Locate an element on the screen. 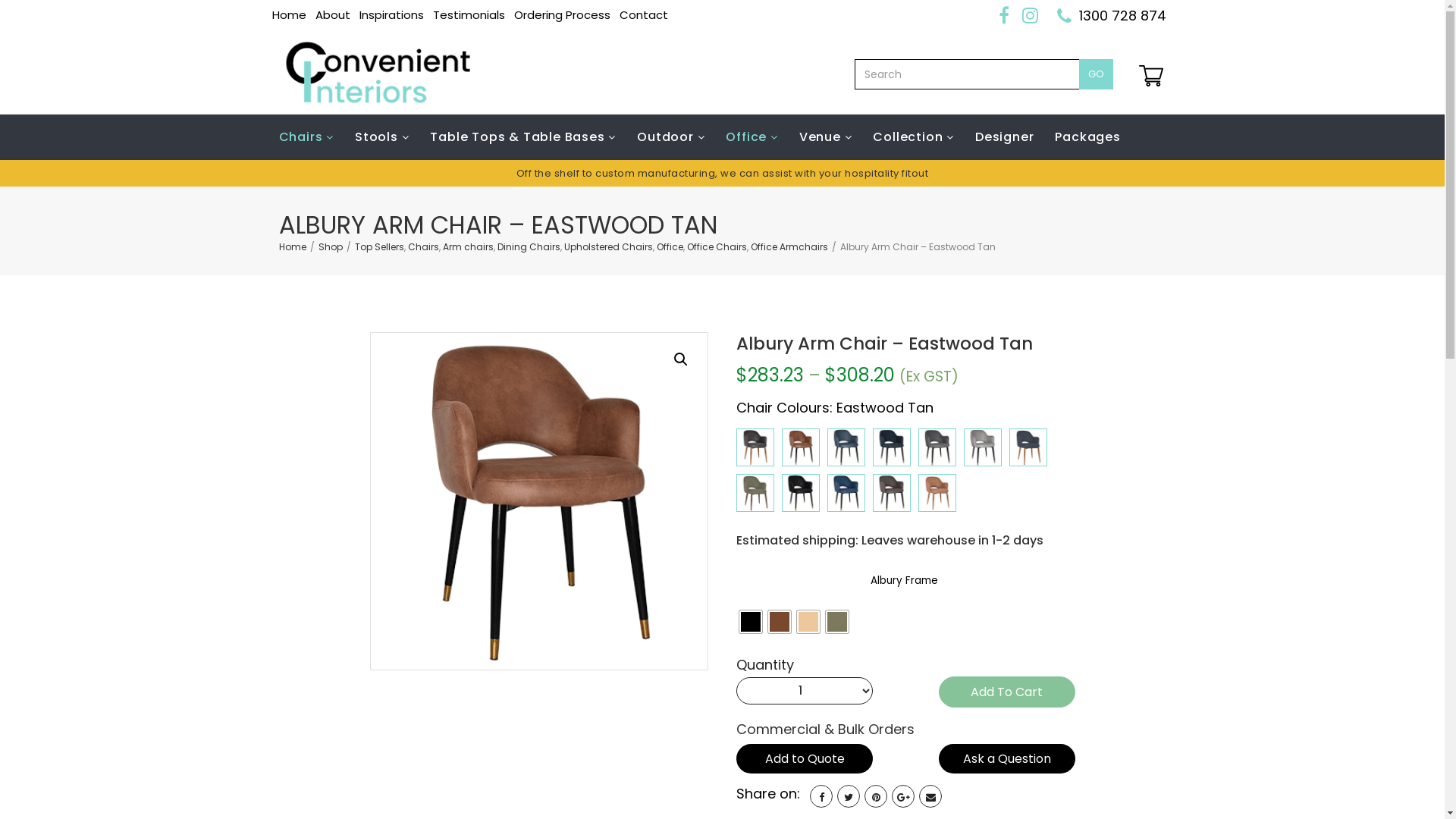  'Submit' is located at coordinates (722, 583).